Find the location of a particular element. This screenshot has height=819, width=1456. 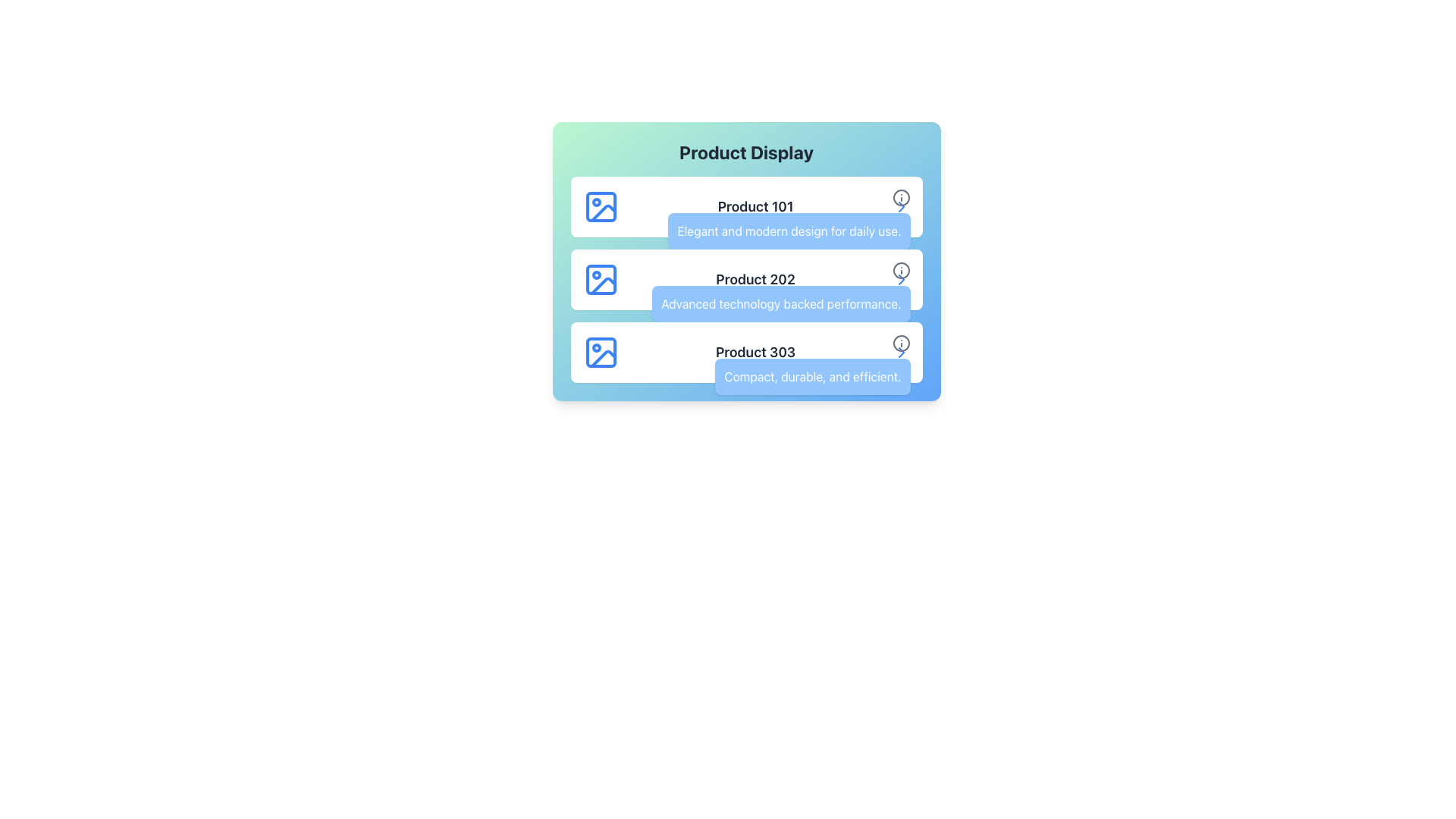

the icon detail in the first row that symbolizes the item category or type is located at coordinates (602, 213).